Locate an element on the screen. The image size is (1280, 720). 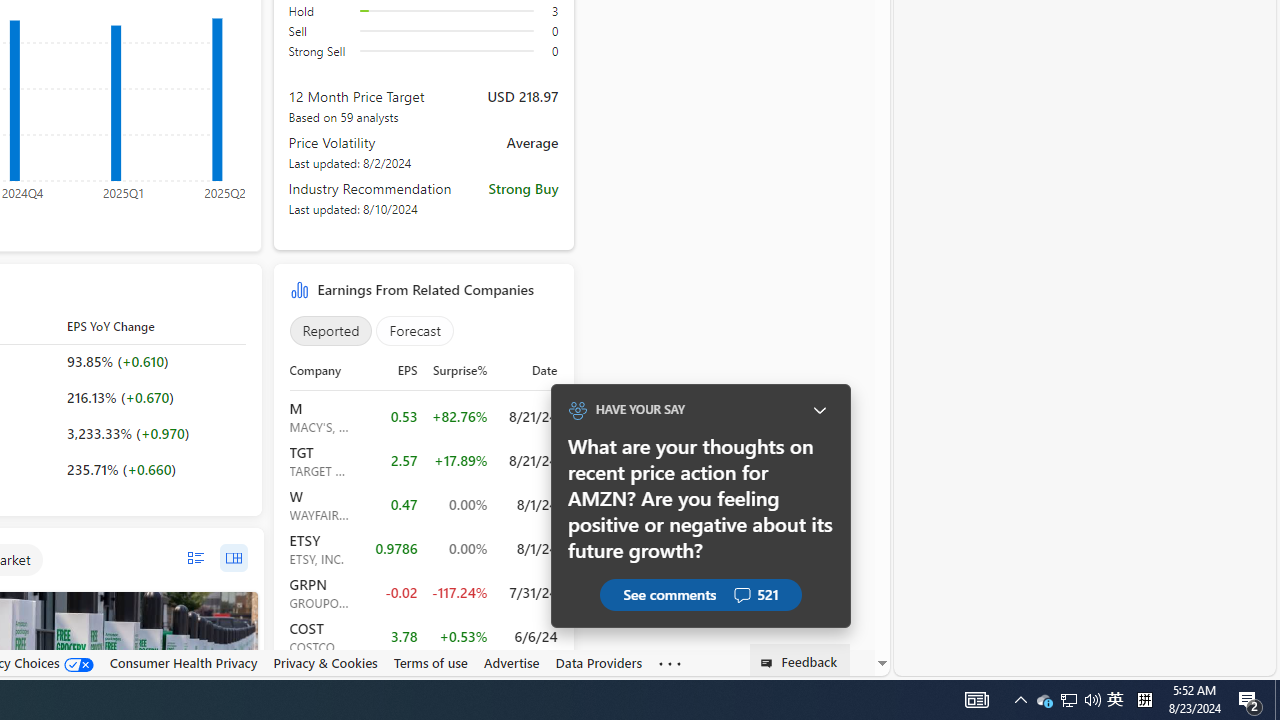
'Privacy & Cookies' is located at coordinates (325, 662).